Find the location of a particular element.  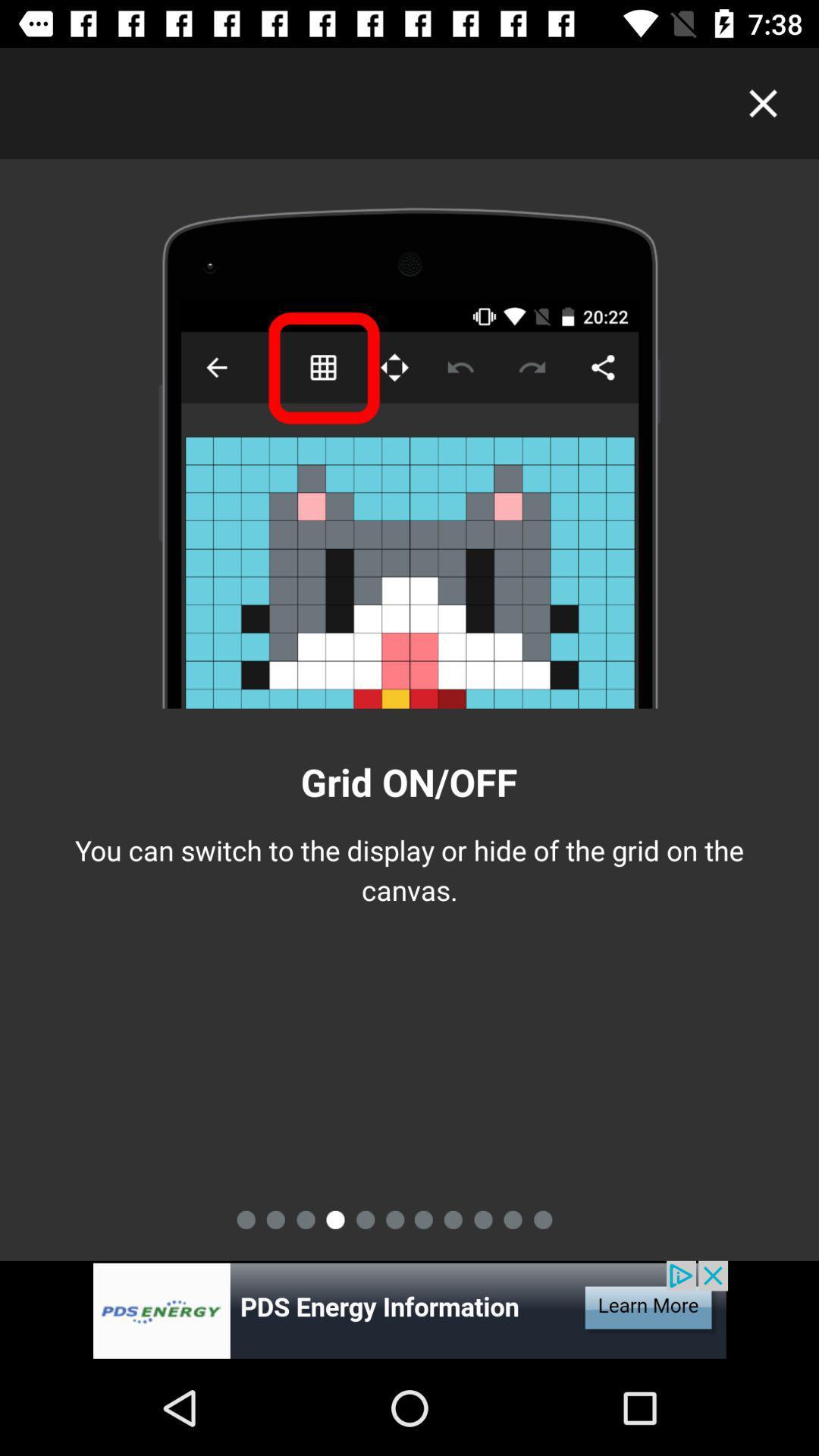

button is located at coordinates (763, 102).